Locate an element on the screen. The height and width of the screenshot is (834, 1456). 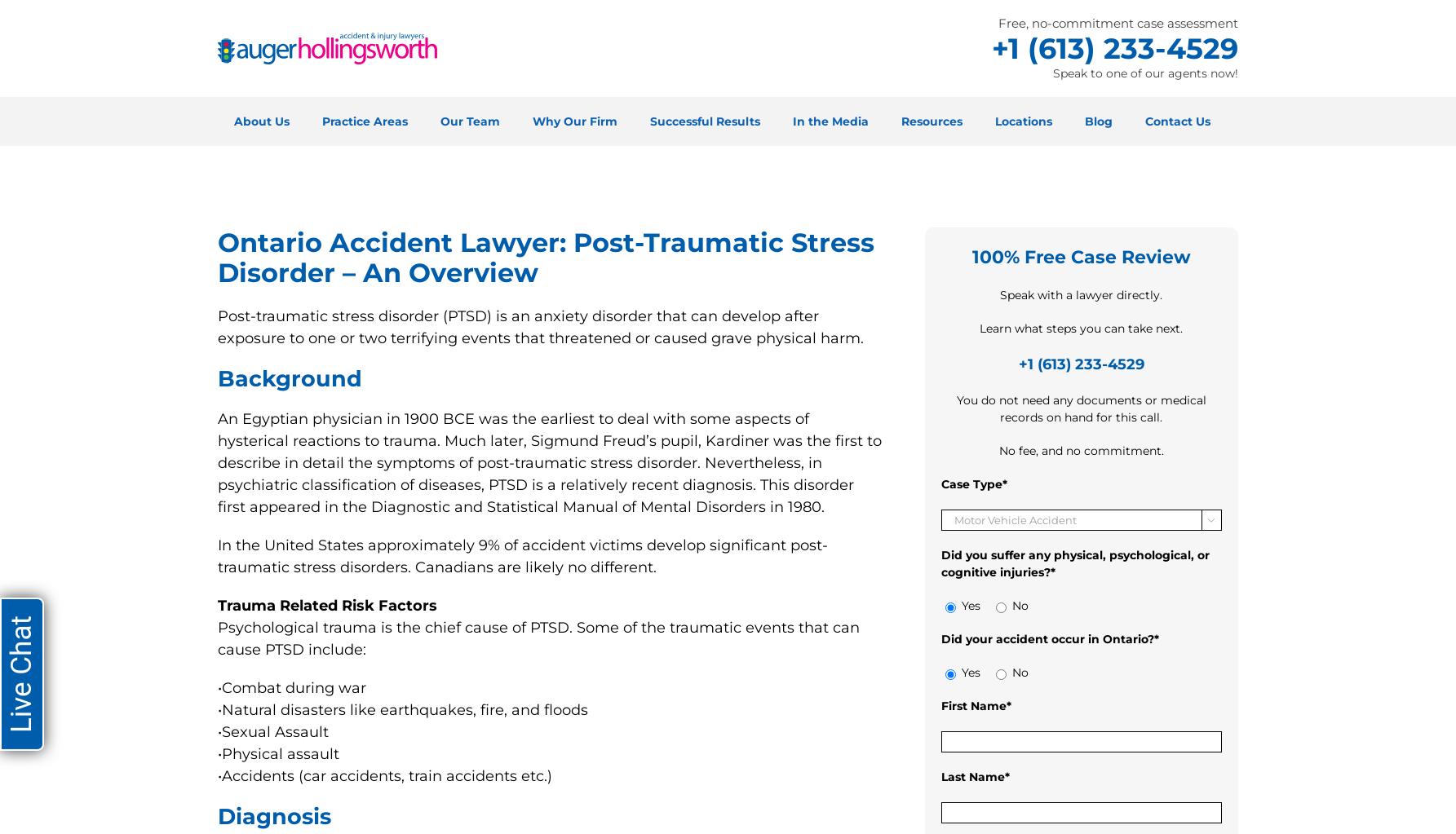
'How We Get Paid' is located at coordinates (531, 276).